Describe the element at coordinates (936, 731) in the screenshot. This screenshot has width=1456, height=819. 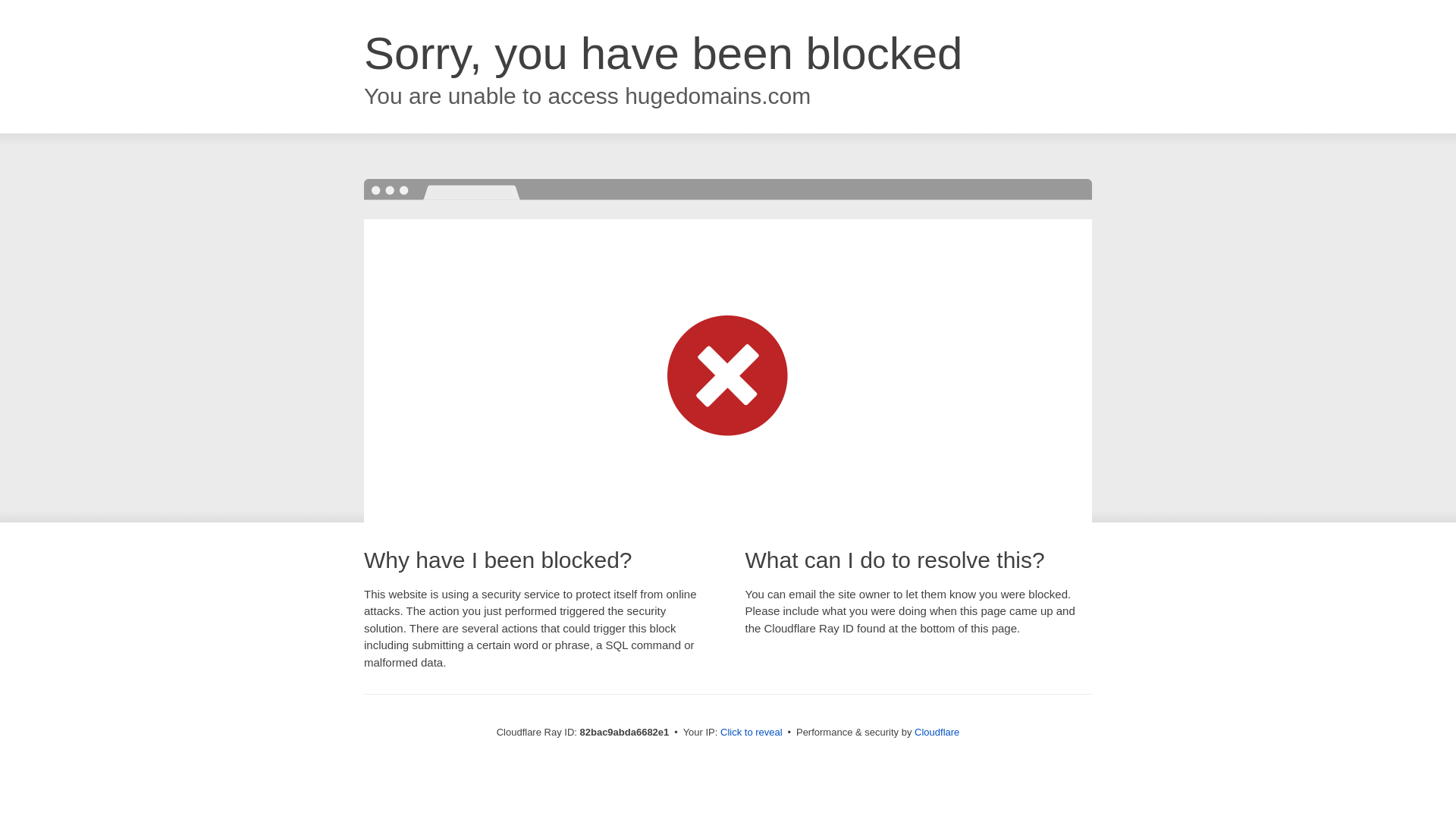
I see `'Cloudflare'` at that location.